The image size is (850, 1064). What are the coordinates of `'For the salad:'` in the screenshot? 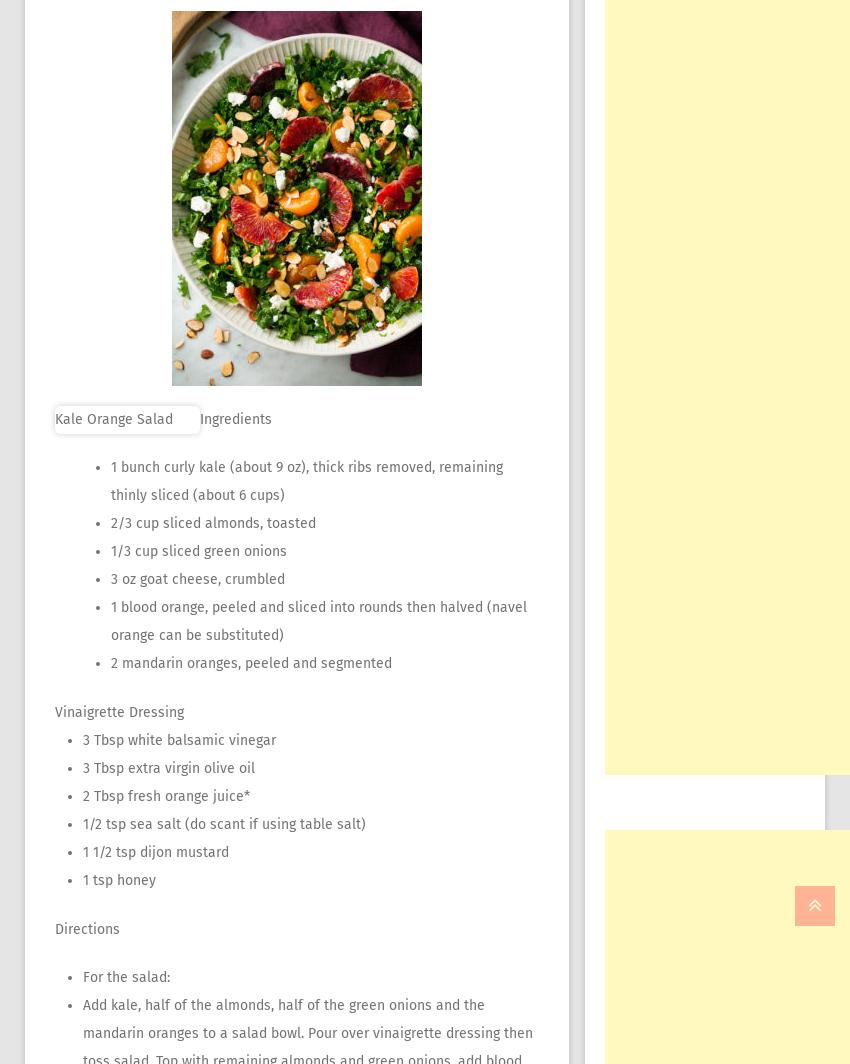 It's located at (125, 977).